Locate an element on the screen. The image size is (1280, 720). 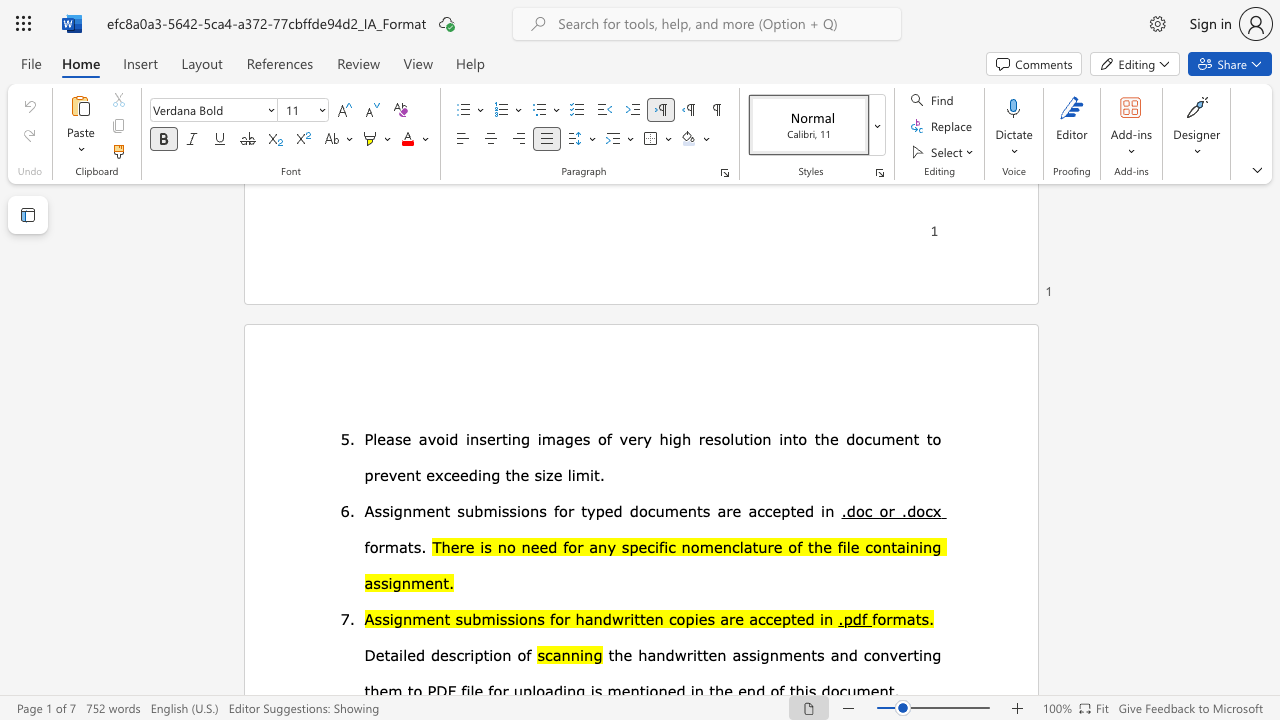
the subset text "nt e" within the text "vent exceeding" is located at coordinates (405, 474).